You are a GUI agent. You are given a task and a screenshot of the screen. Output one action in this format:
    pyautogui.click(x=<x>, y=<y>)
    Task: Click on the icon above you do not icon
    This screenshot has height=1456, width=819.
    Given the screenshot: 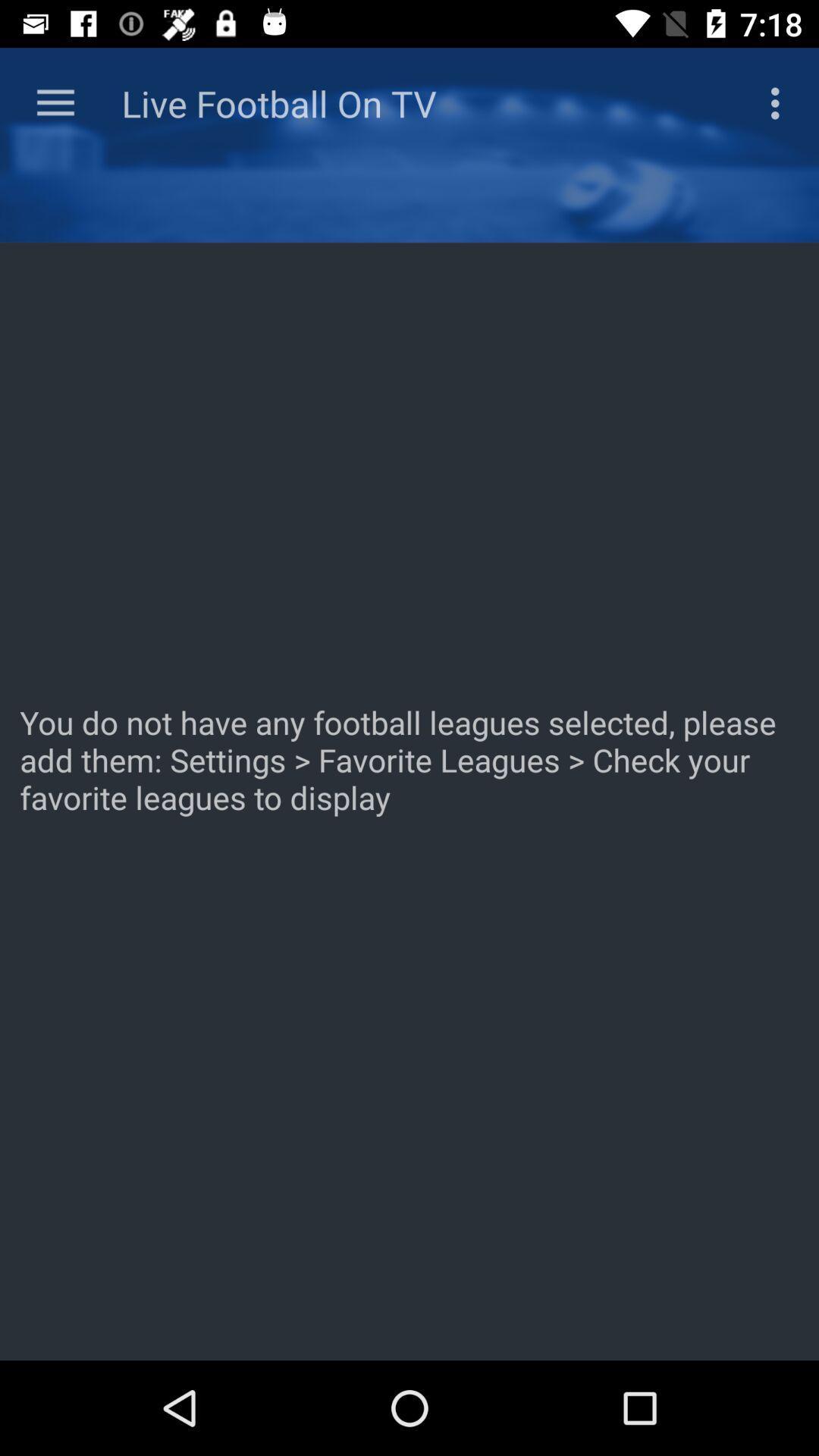 What is the action you would take?
    pyautogui.click(x=55, y=102)
    